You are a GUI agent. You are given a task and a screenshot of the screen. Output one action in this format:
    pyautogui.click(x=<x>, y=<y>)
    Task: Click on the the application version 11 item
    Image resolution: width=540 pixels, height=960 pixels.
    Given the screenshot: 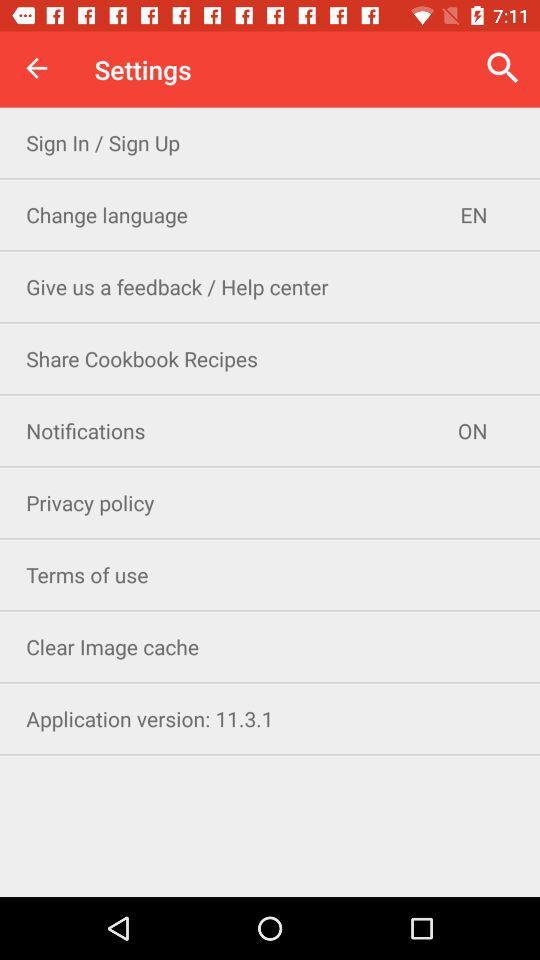 What is the action you would take?
    pyautogui.click(x=270, y=718)
    